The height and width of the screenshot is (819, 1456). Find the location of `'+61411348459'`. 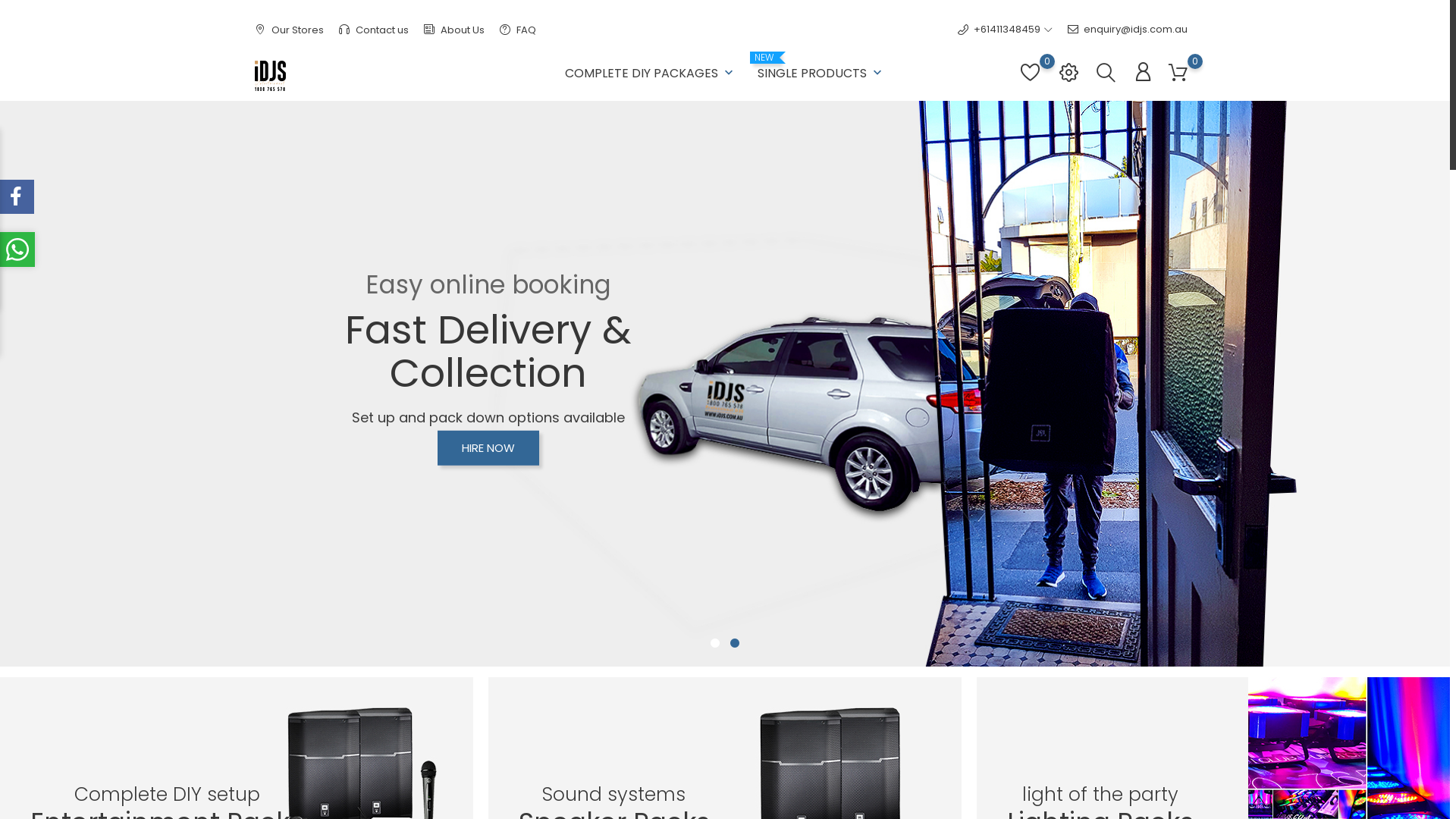

'+61411348459' is located at coordinates (999, 29).